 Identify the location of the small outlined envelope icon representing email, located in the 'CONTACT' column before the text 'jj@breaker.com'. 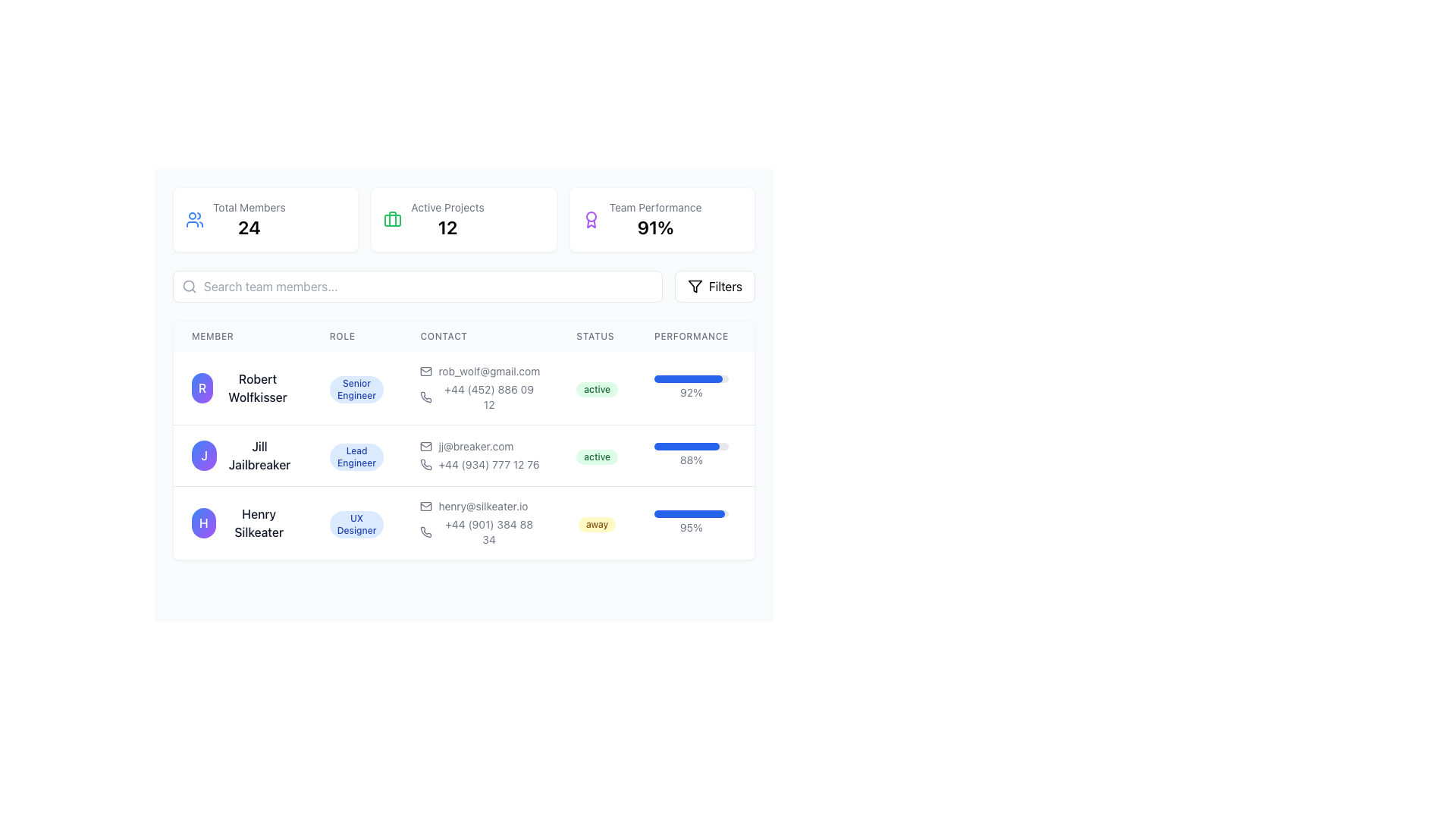
(425, 446).